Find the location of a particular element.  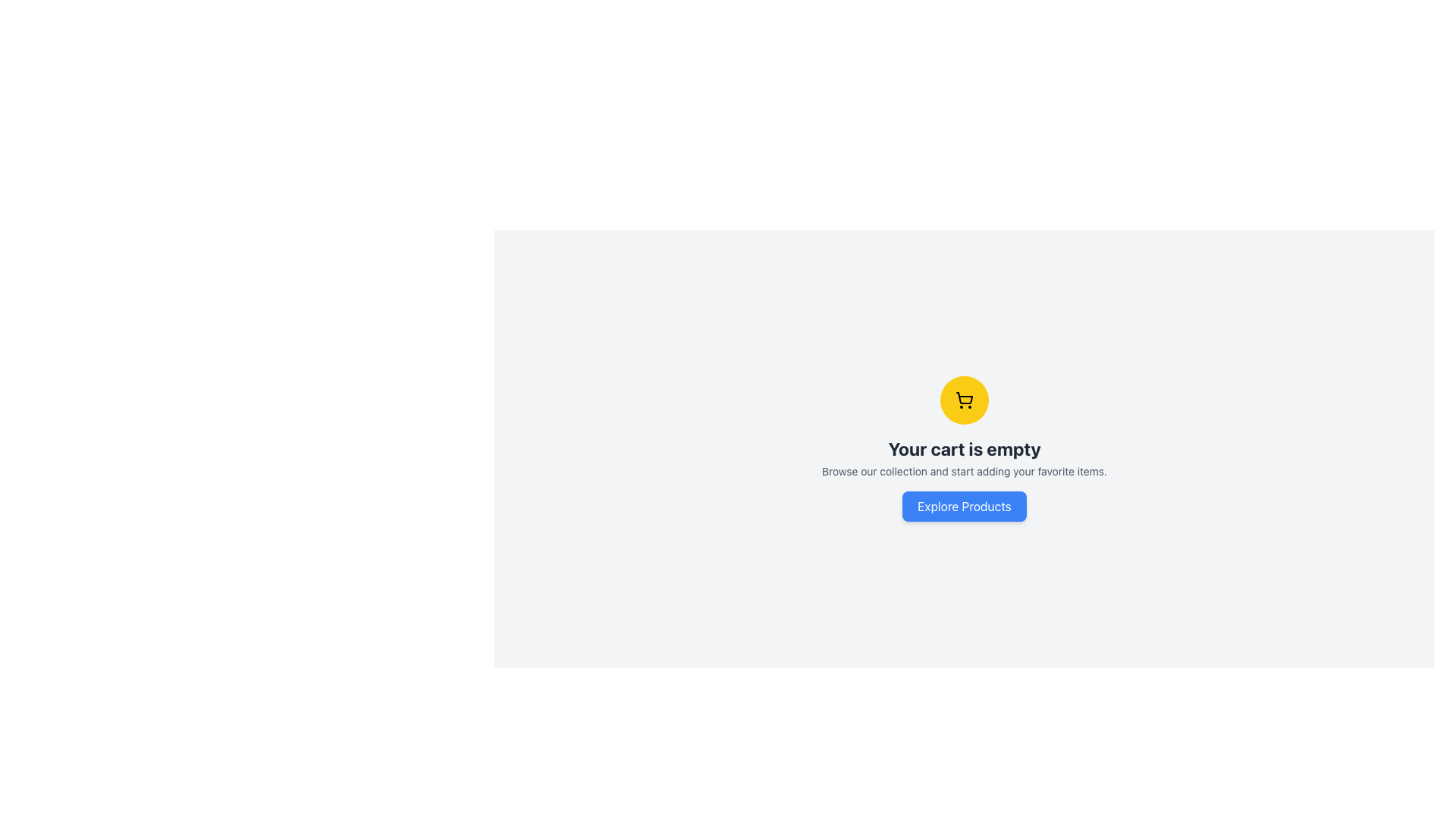

the blue button labeled 'Explore Products' located below the text 'Your cart is empty' is located at coordinates (964, 506).